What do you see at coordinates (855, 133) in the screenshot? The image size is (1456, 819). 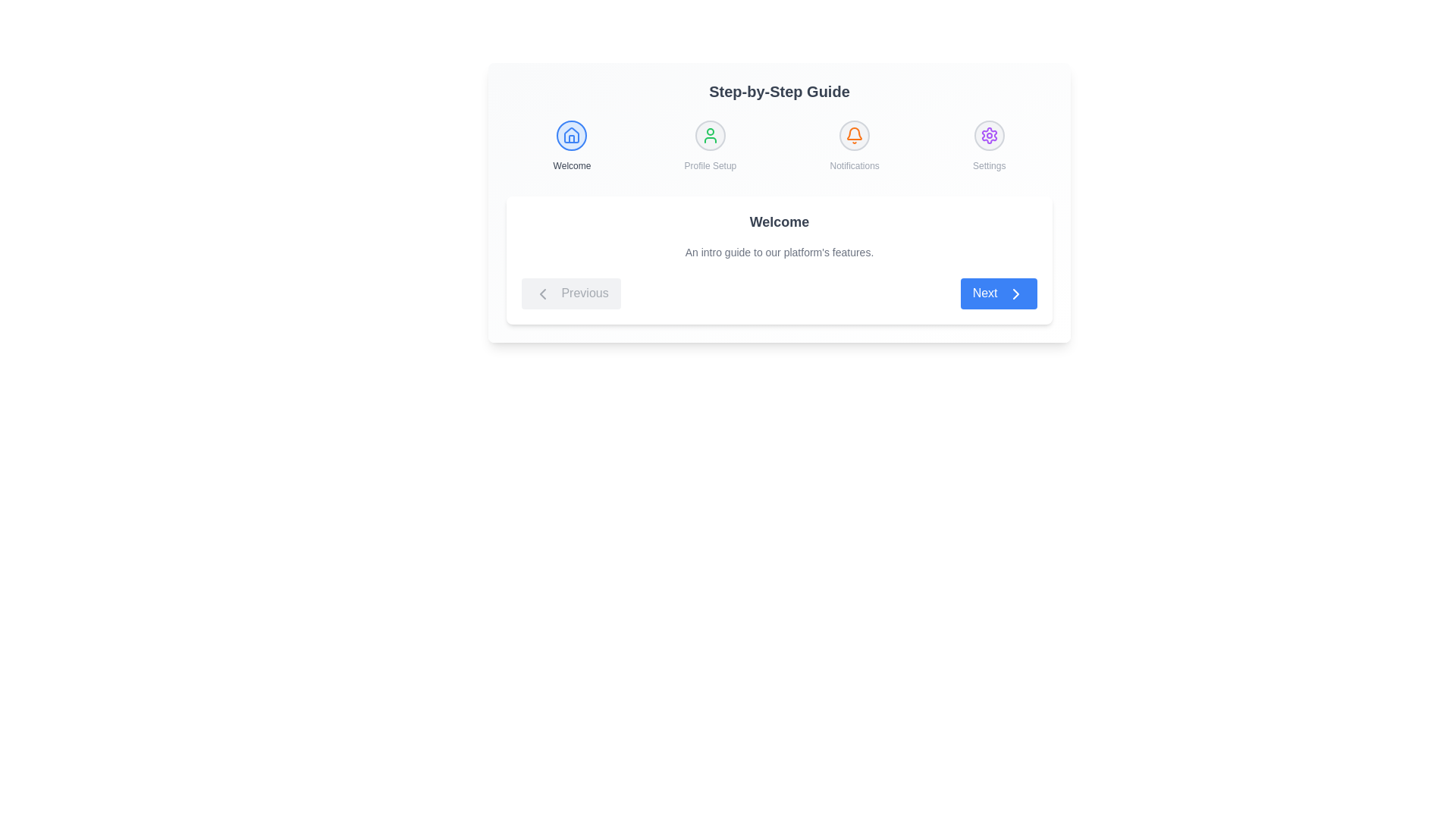 I see `the notification bell icon located in the top navigation row, which has an orange stroke and a hollow appearance` at bounding box center [855, 133].